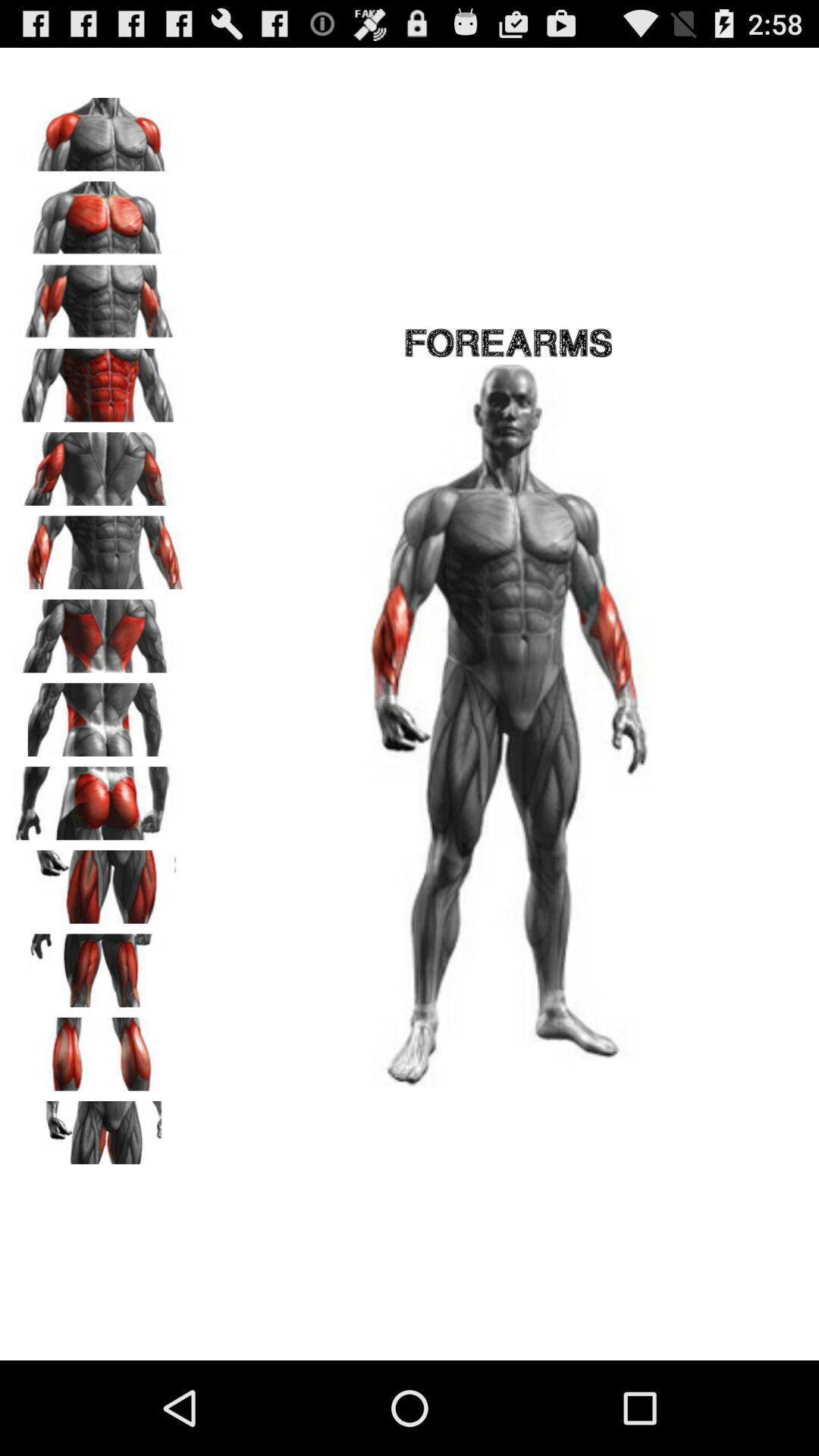  I want to click on specific body exercises, so click(99, 463).